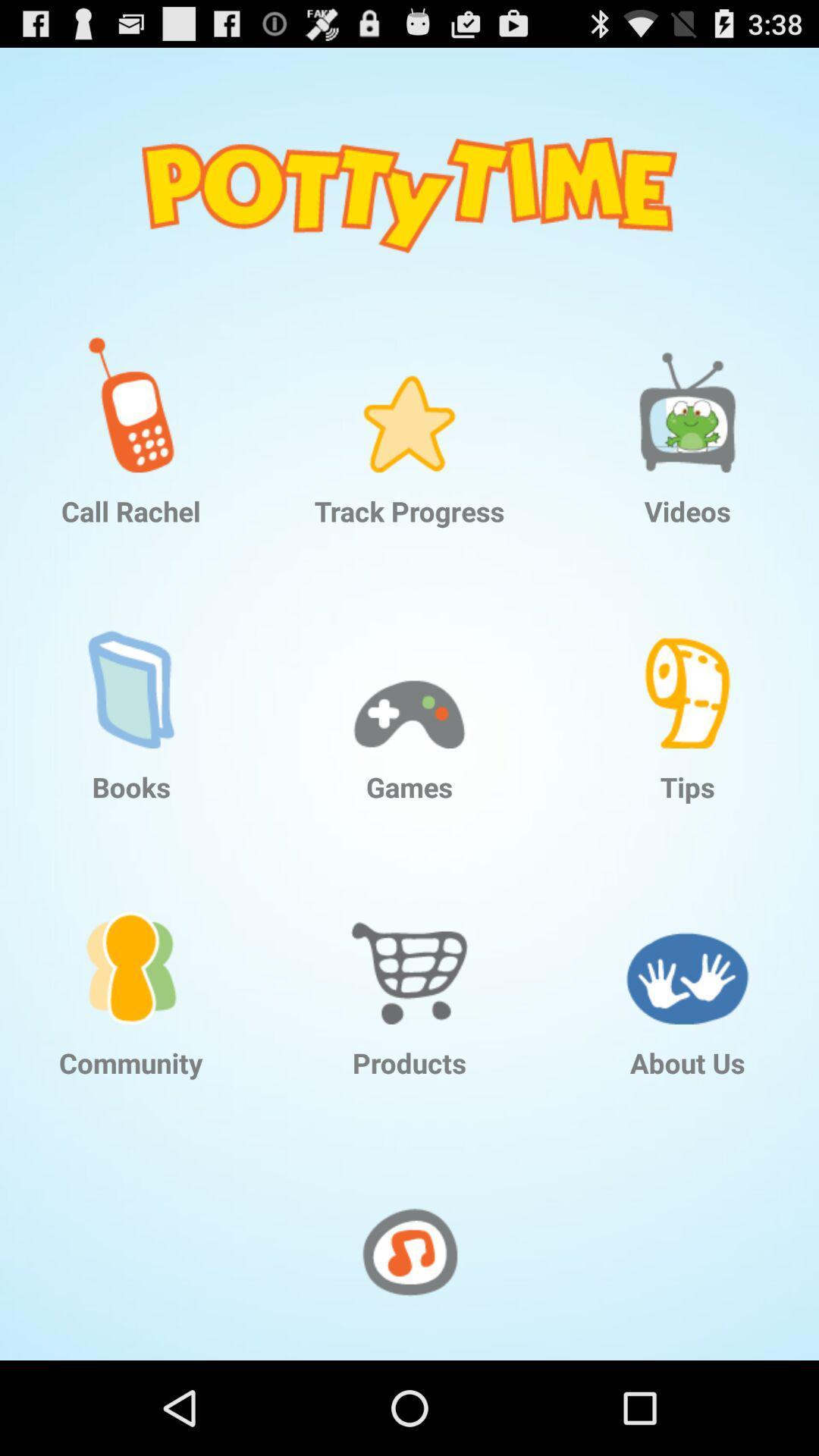 This screenshot has width=819, height=1456. What do you see at coordinates (130, 393) in the screenshot?
I see `item next to the track progress app` at bounding box center [130, 393].